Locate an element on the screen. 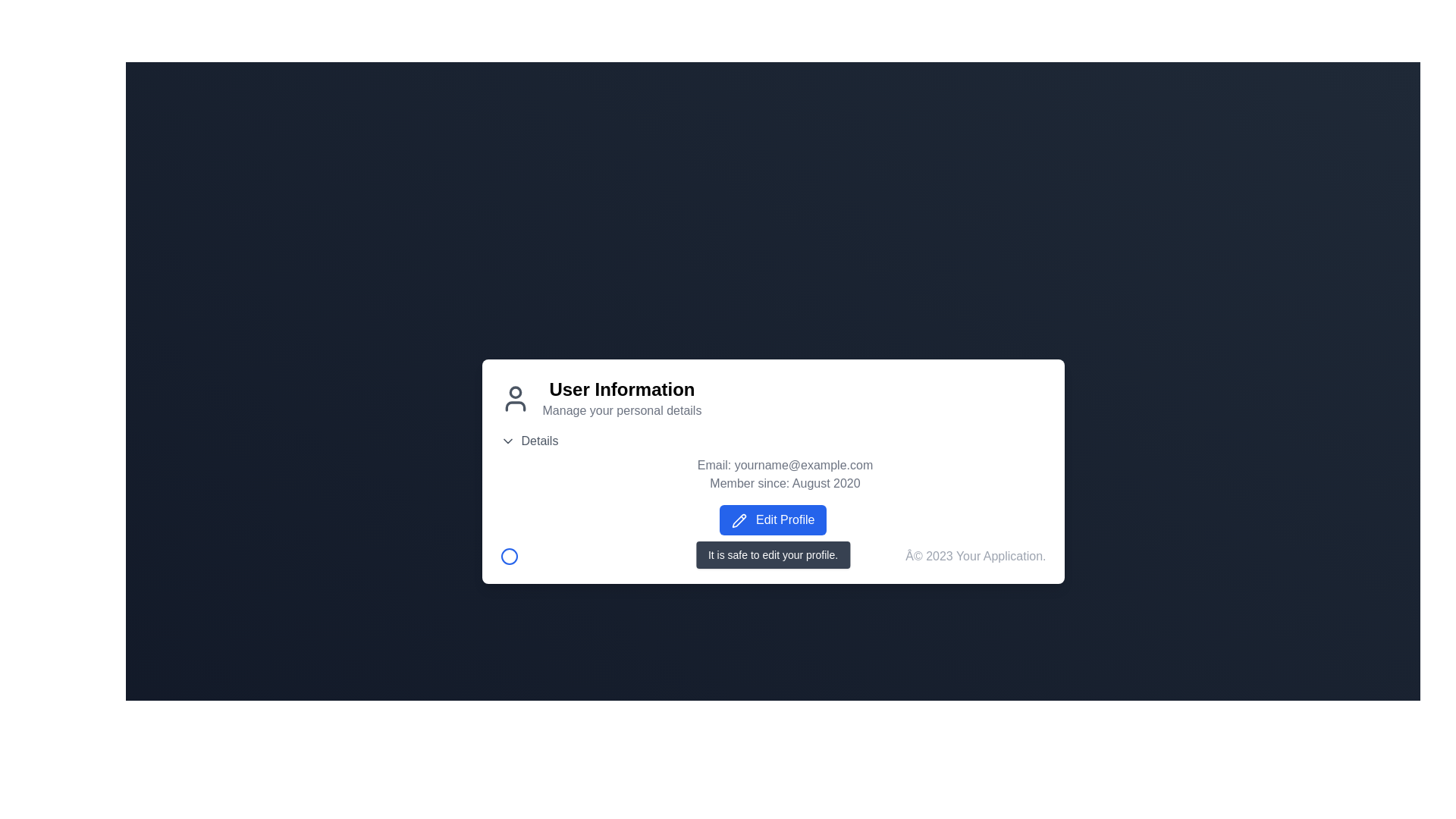 The image size is (1456, 819). the 'Edit Profile' button located at the bottom of the 'User Information' card is located at coordinates (773, 519).